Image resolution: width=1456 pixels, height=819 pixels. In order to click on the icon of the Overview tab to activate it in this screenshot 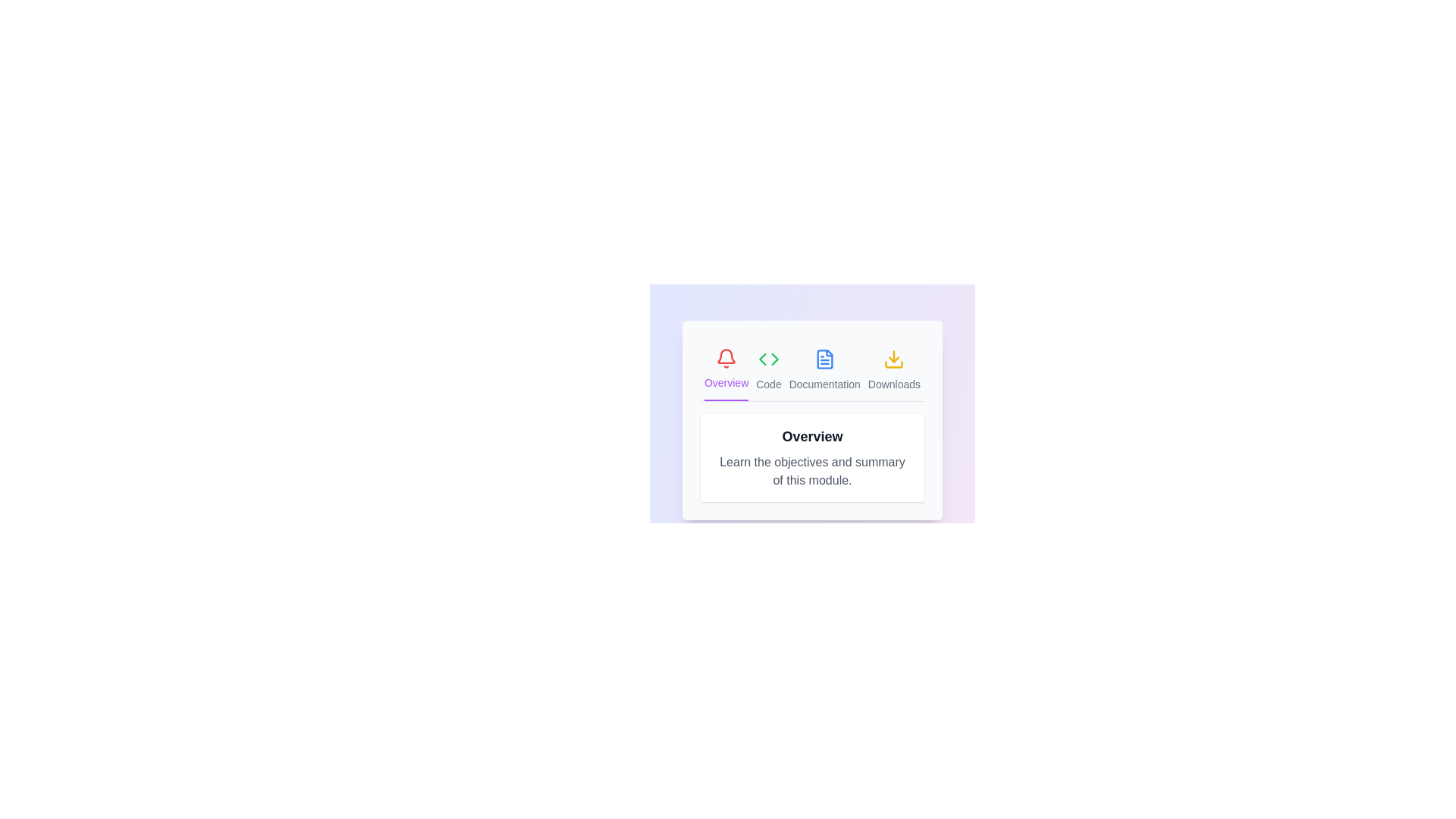, I will do `click(726, 370)`.